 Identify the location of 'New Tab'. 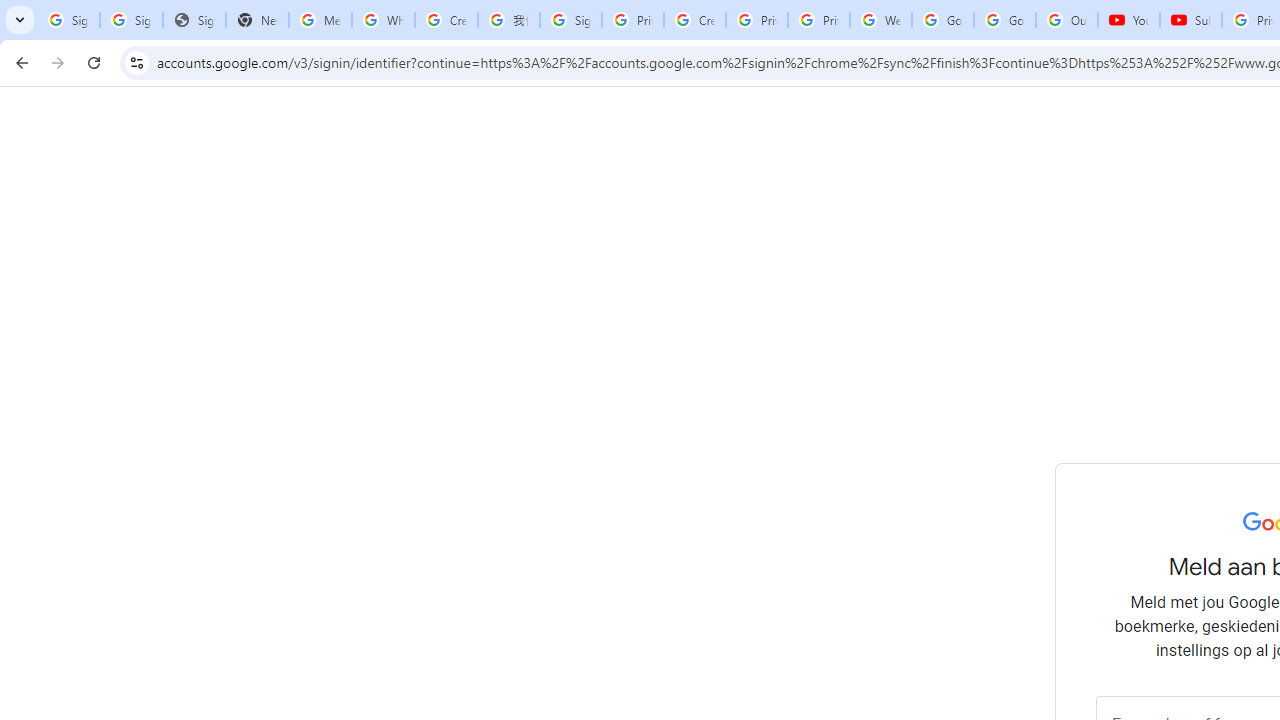
(256, 20).